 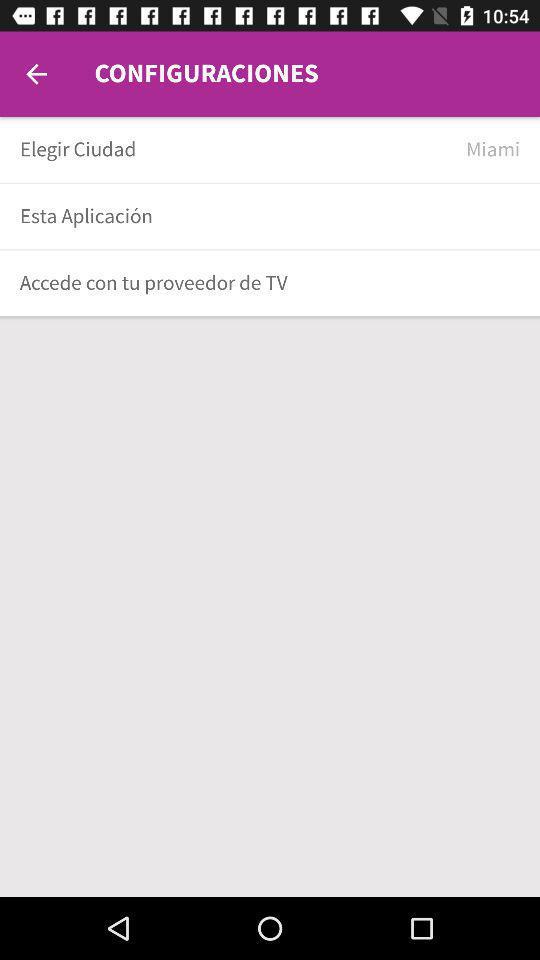 I want to click on the item next to elegir ciudad item, so click(x=492, y=148).